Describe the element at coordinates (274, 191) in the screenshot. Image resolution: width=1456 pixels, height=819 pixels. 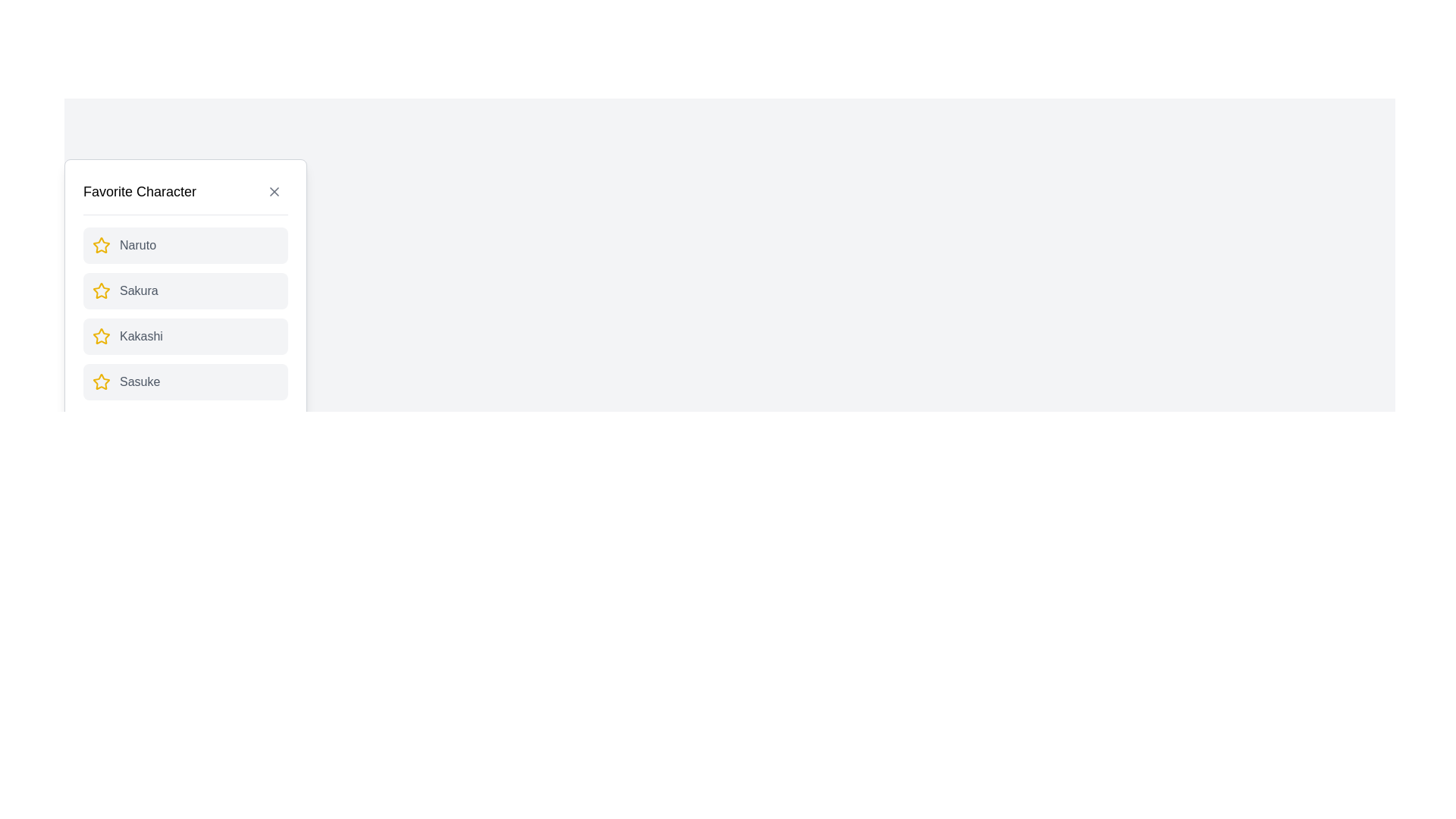
I see `the close icon button in the top-right corner of the 'Favorite Character' card` at that location.